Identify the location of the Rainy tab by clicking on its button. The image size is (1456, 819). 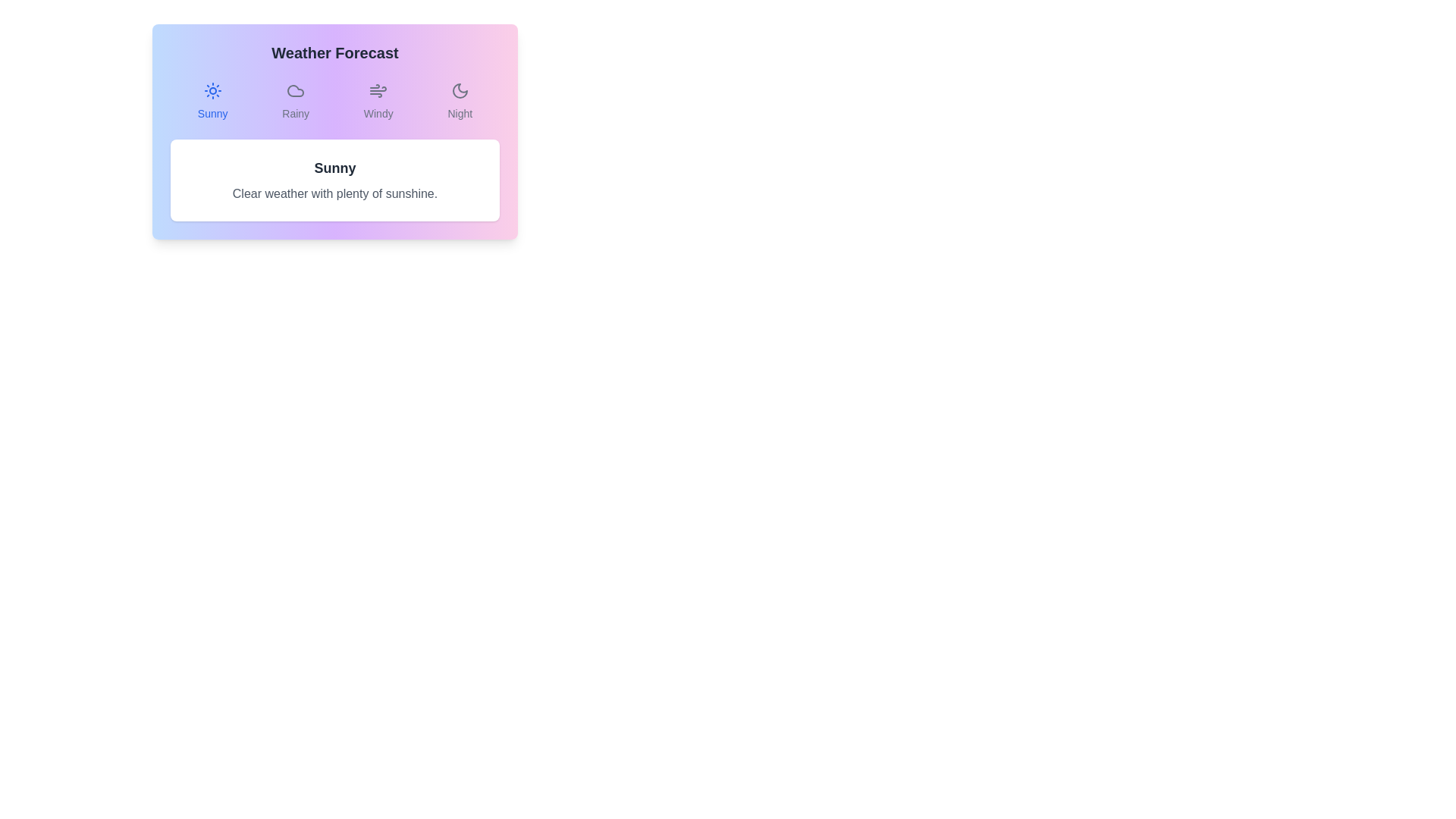
(296, 102).